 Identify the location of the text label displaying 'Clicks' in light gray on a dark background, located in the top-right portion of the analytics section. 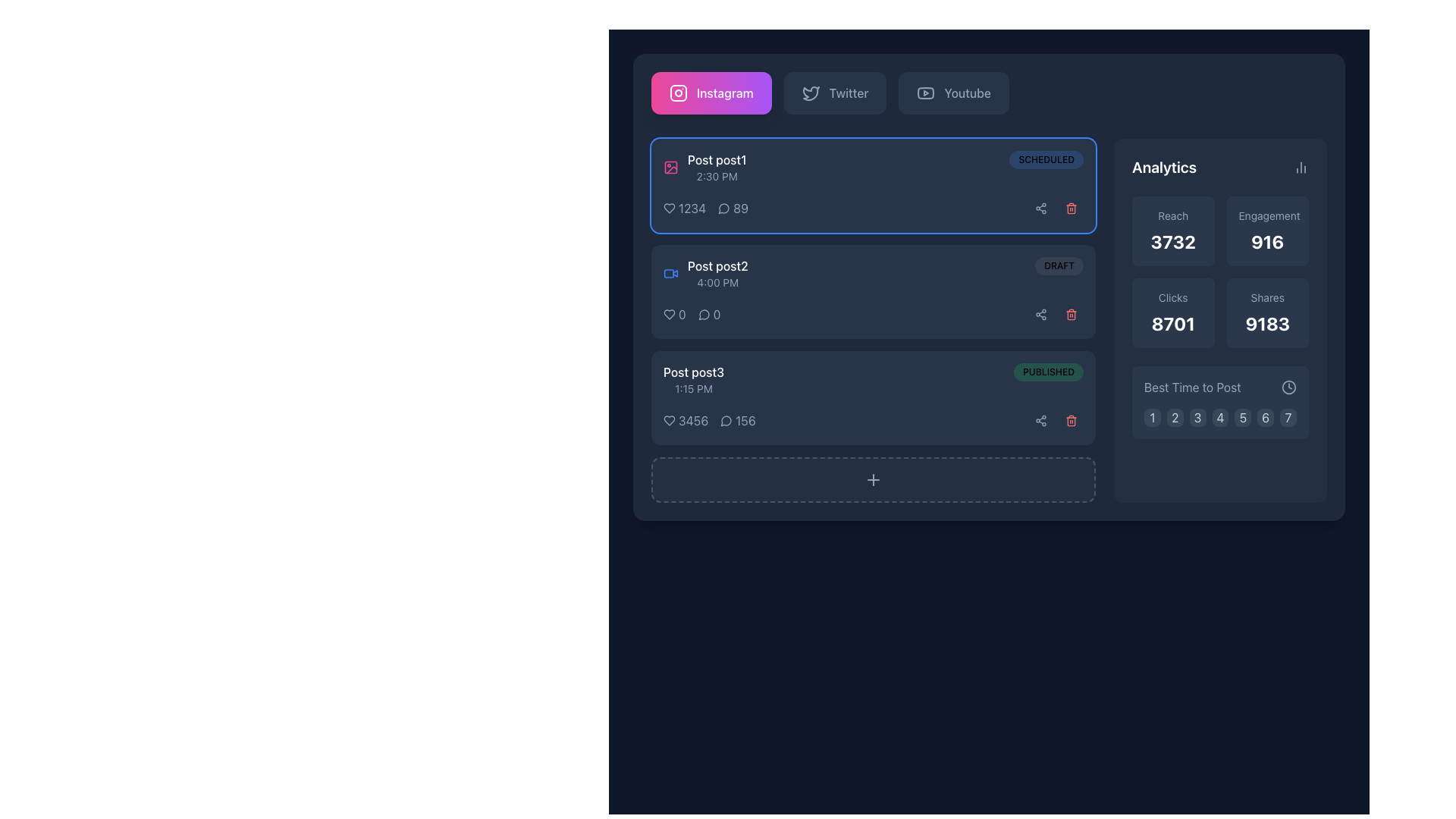
(1172, 298).